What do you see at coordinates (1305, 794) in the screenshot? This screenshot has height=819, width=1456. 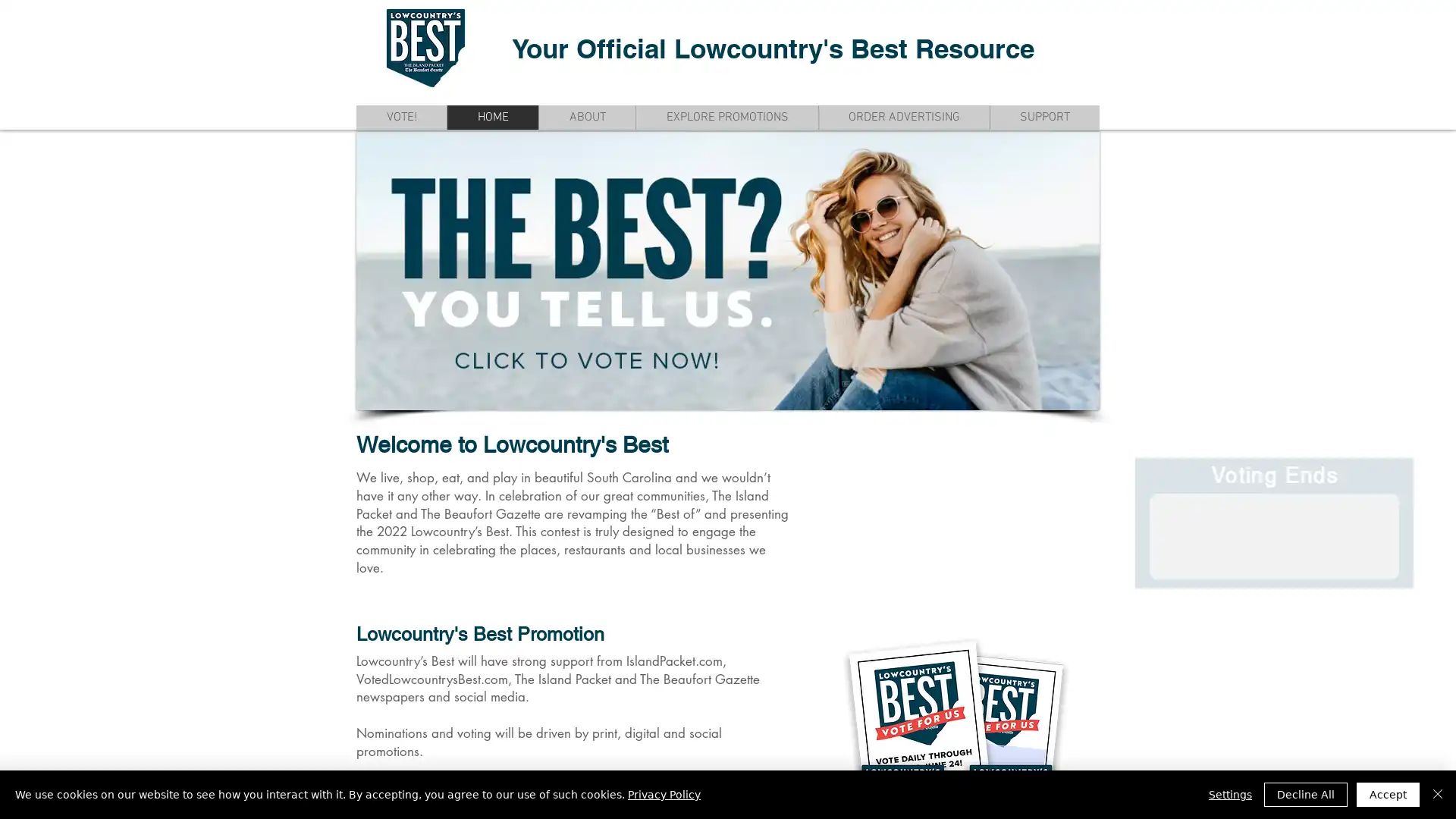 I see `Decline All` at bounding box center [1305, 794].